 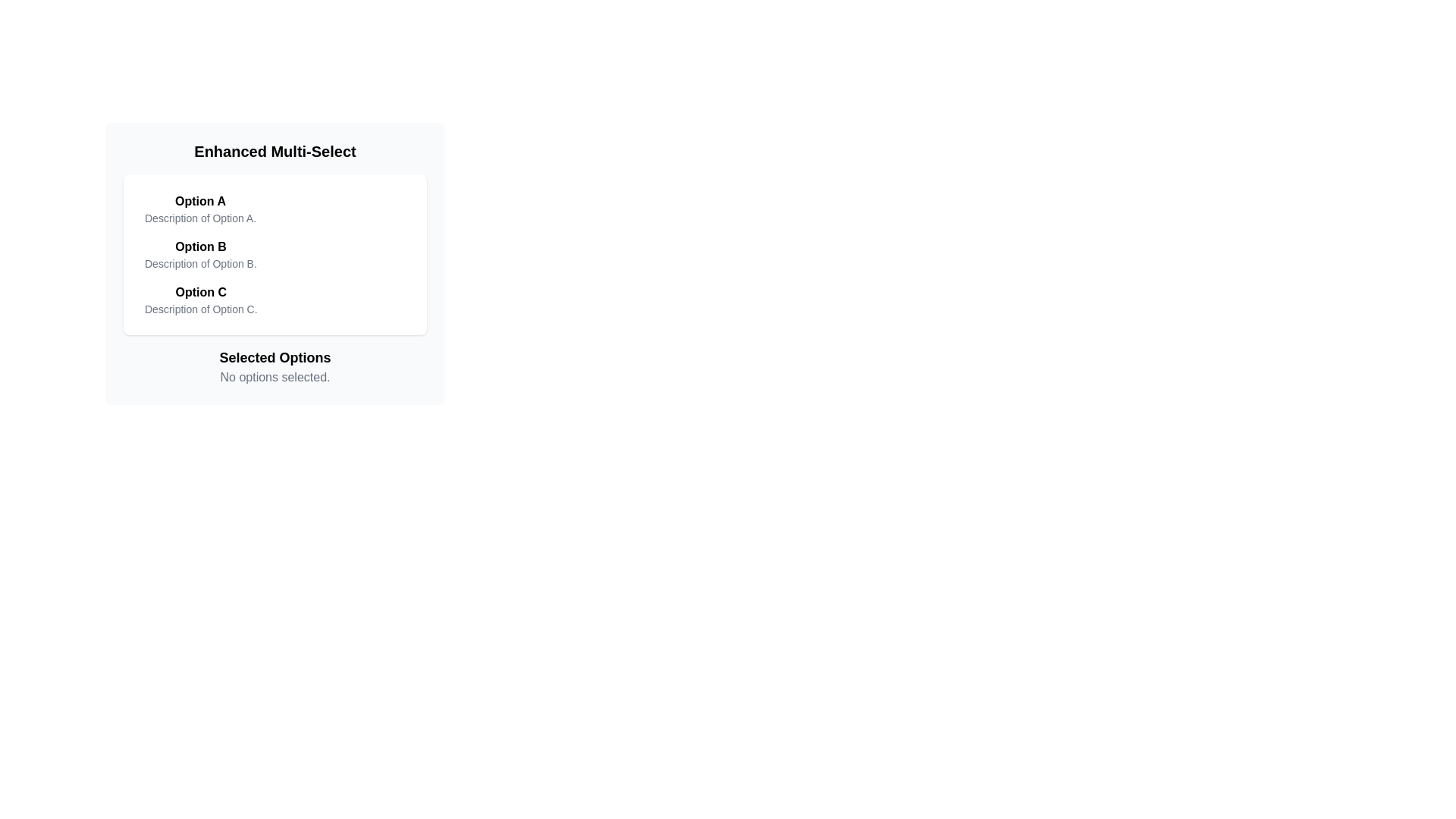 What do you see at coordinates (199, 246) in the screenshot?
I see `the text label displaying 'Option B', which is the second item in the list under 'Enhanced Multi-Select'` at bounding box center [199, 246].